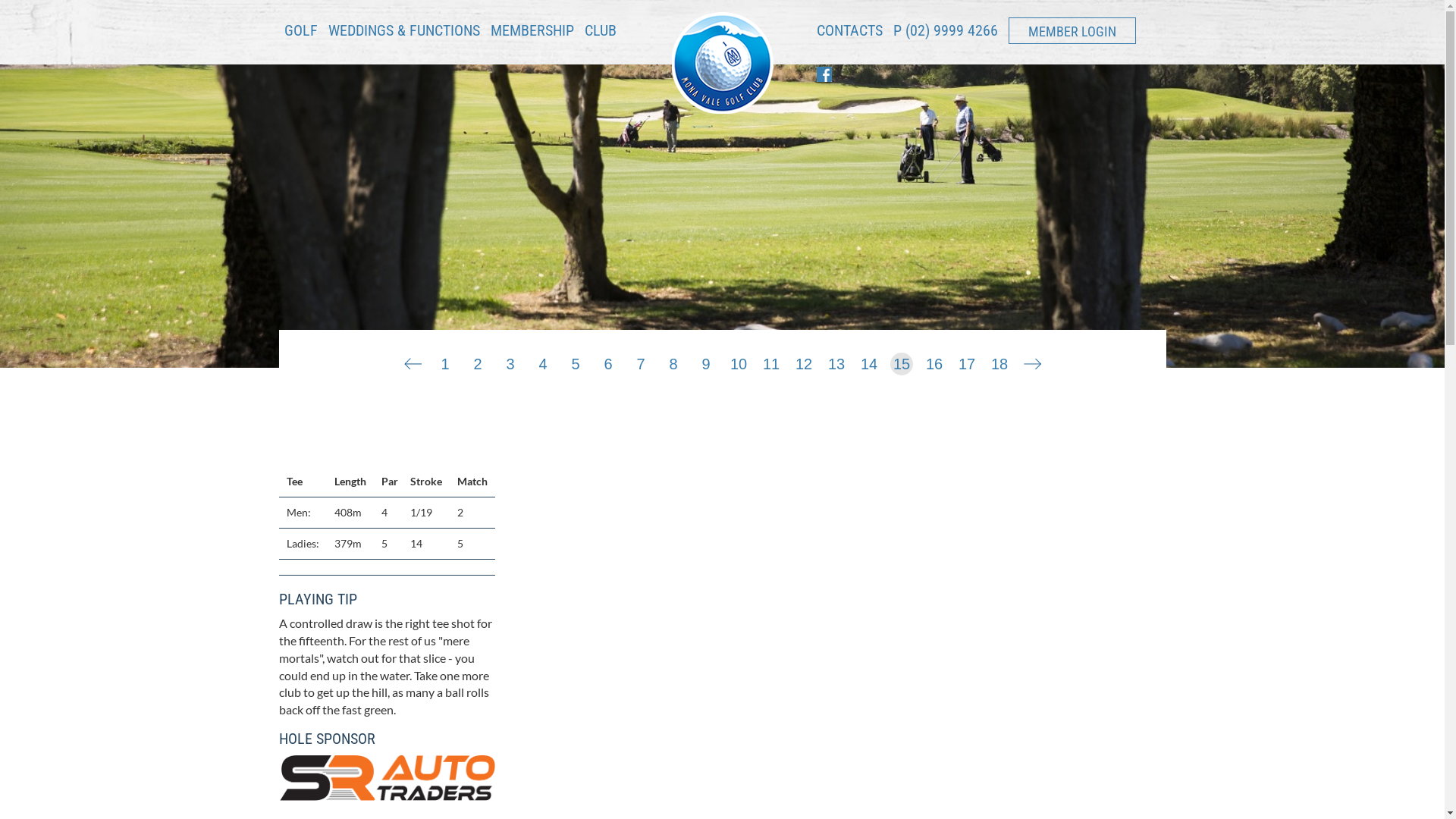 The image size is (1456, 819). I want to click on '17', so click(966, 360).